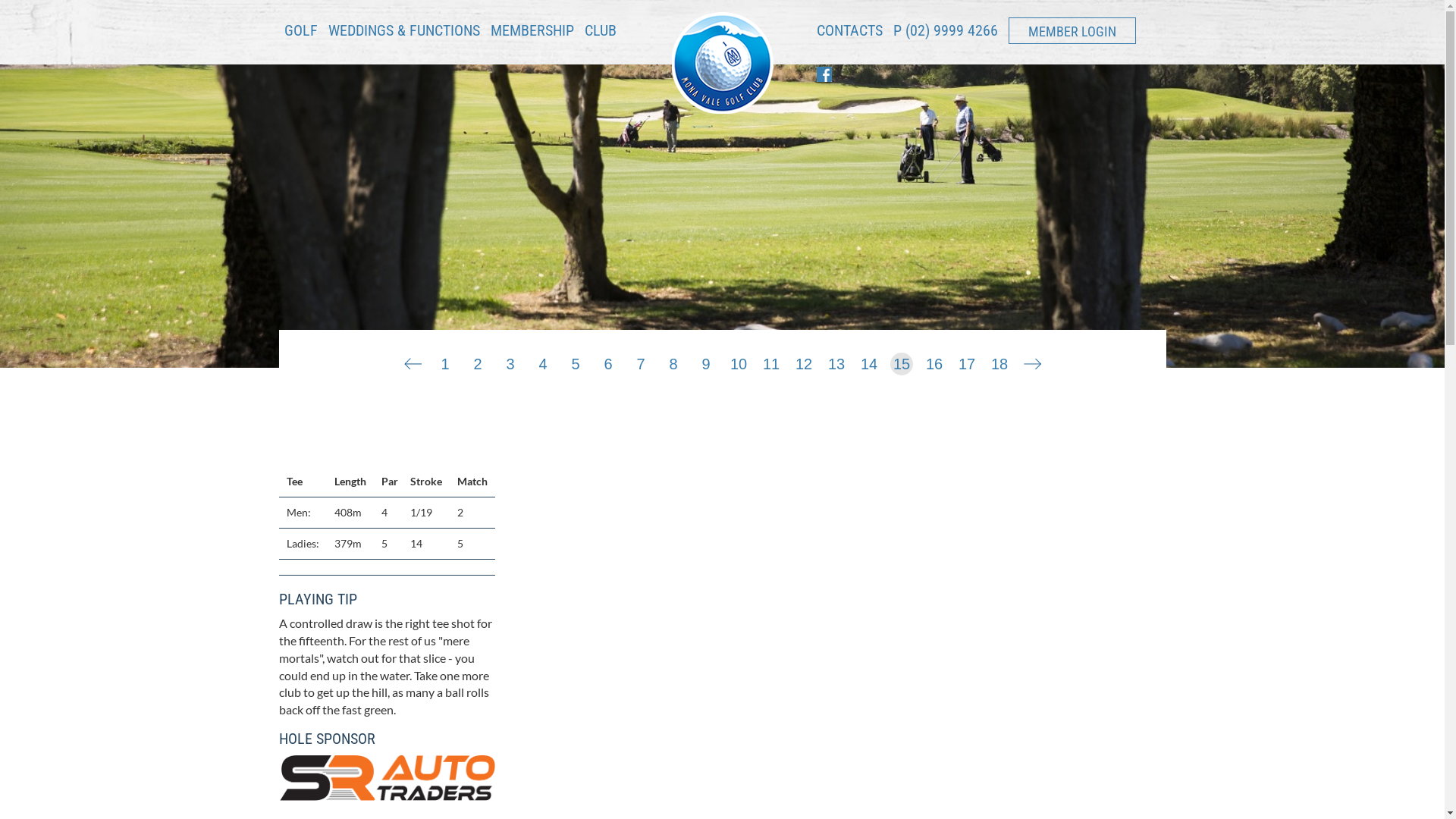 The image size is (1456, 819). I want to click on '17', so click(966, 360).